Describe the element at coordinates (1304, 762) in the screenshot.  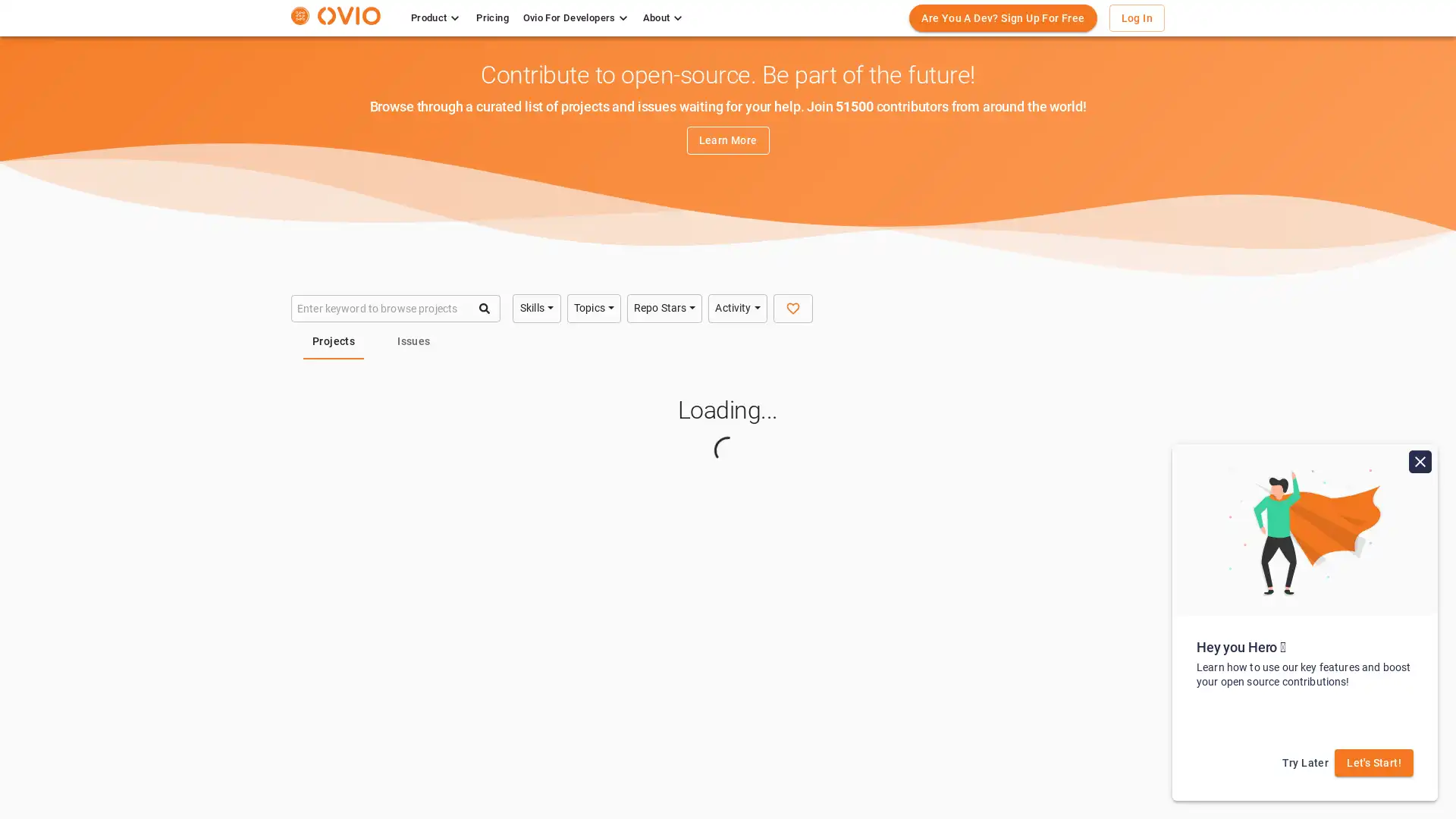
I see `Try Later` at that location.